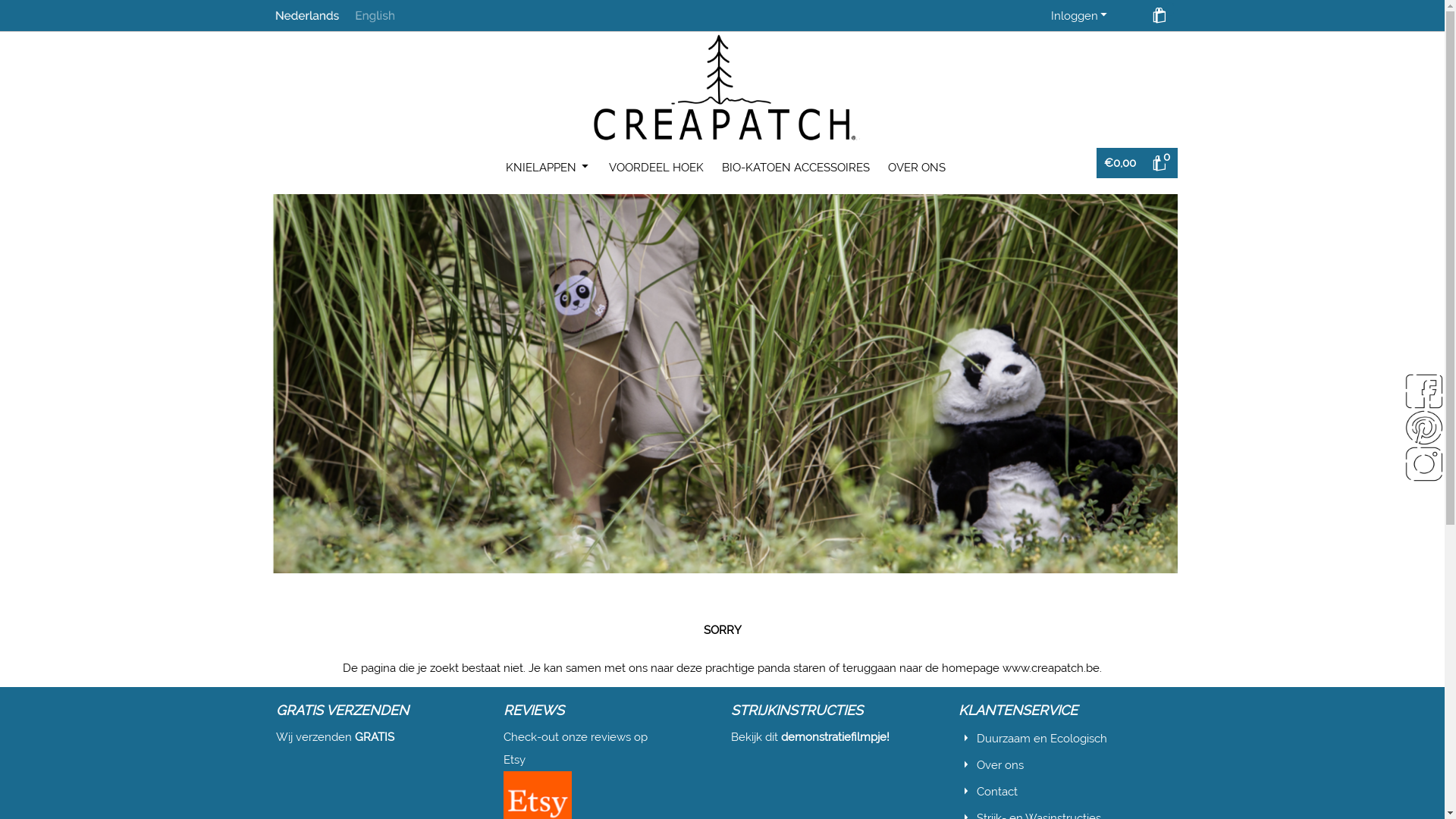 This screenshot has height=819, width=1456. Describe the element at coordinates (976, 765) in the screenshot. I see `'Over ons'` at that location.